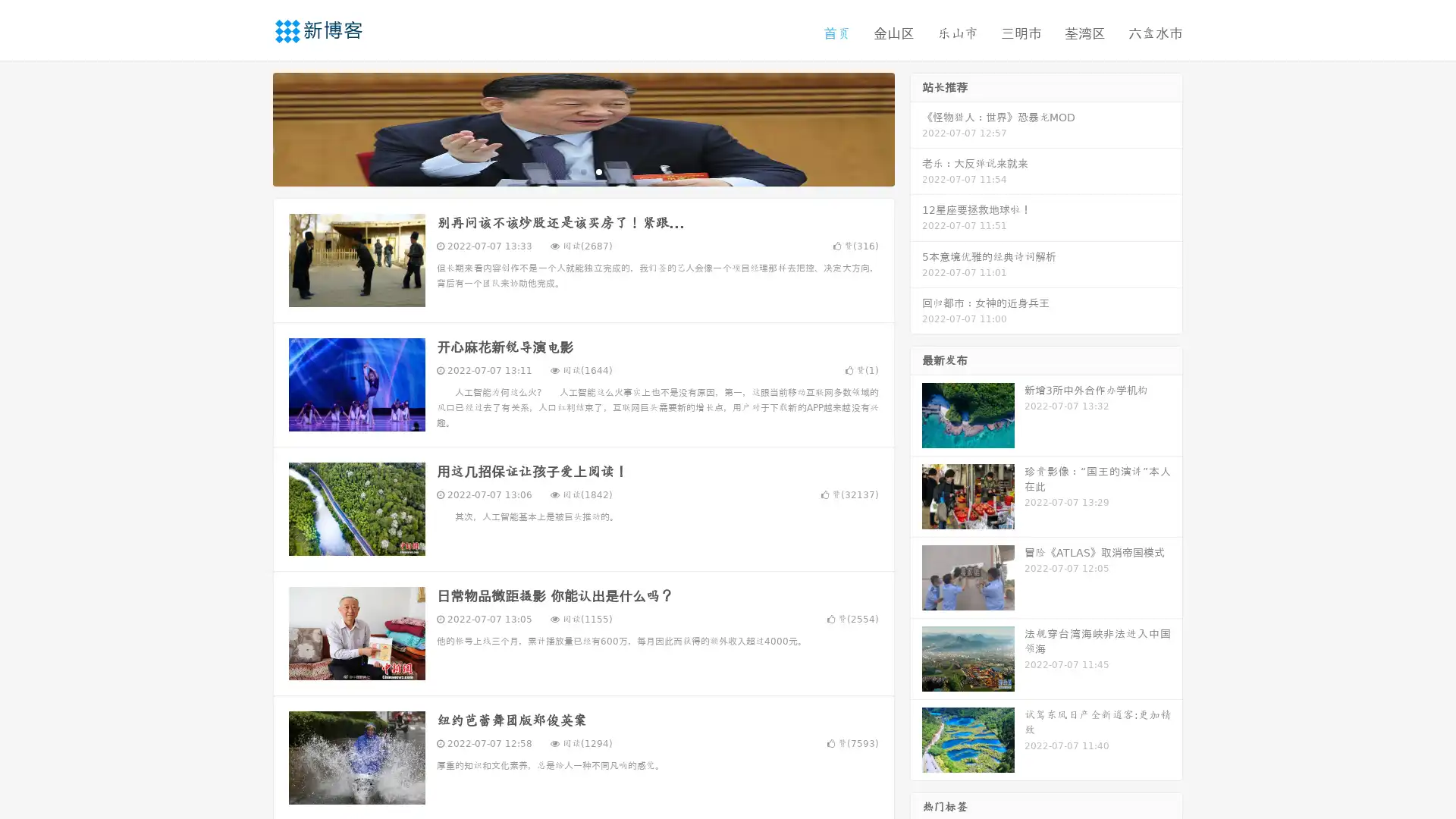 This screenshot has height=819, width=1456. I want to click on Go to slide 2, so click(582, 171).